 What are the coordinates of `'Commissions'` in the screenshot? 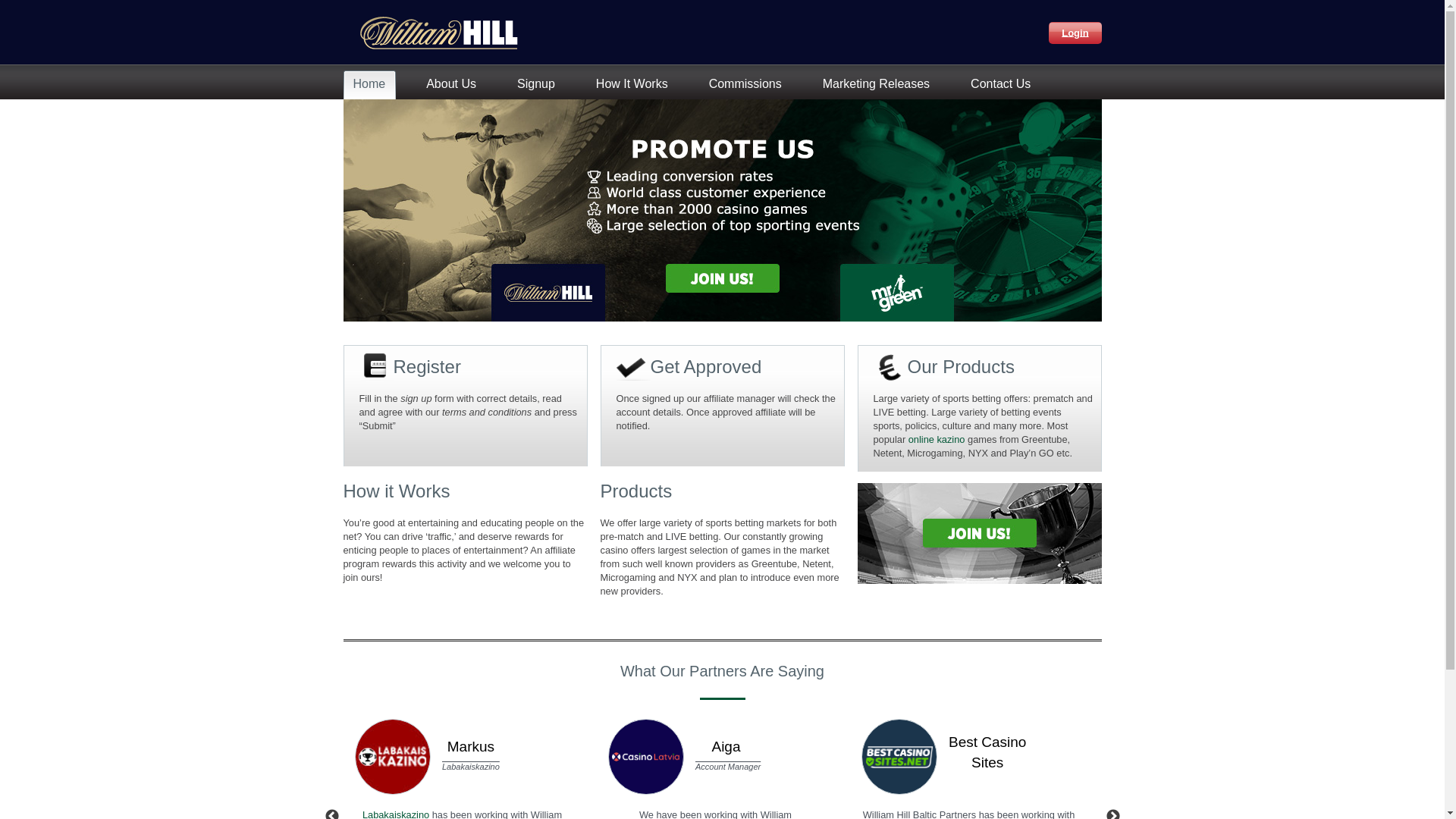 It's located at (748, 84).